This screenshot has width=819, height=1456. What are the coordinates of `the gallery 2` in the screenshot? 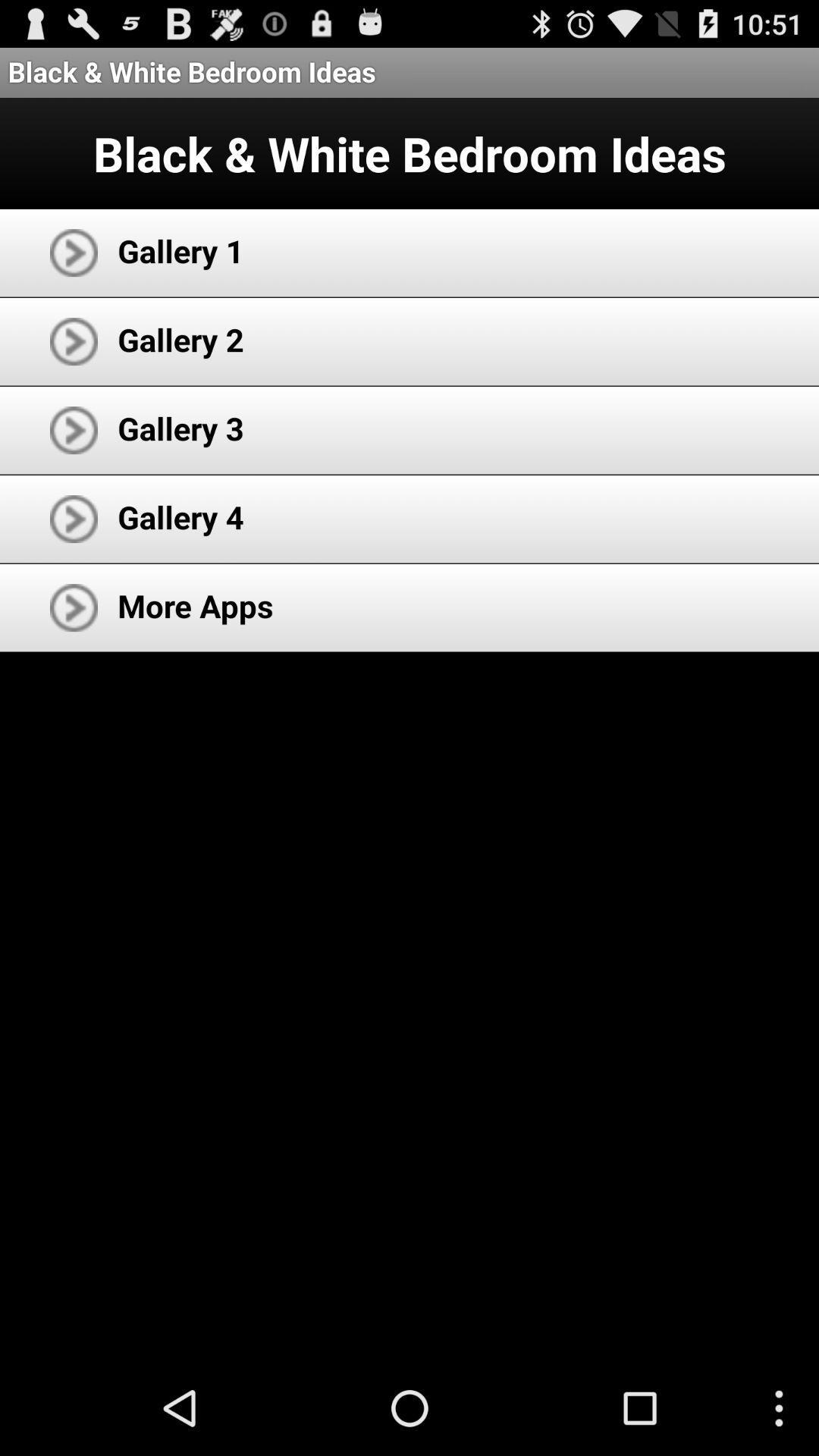 It's located at (180, 338).